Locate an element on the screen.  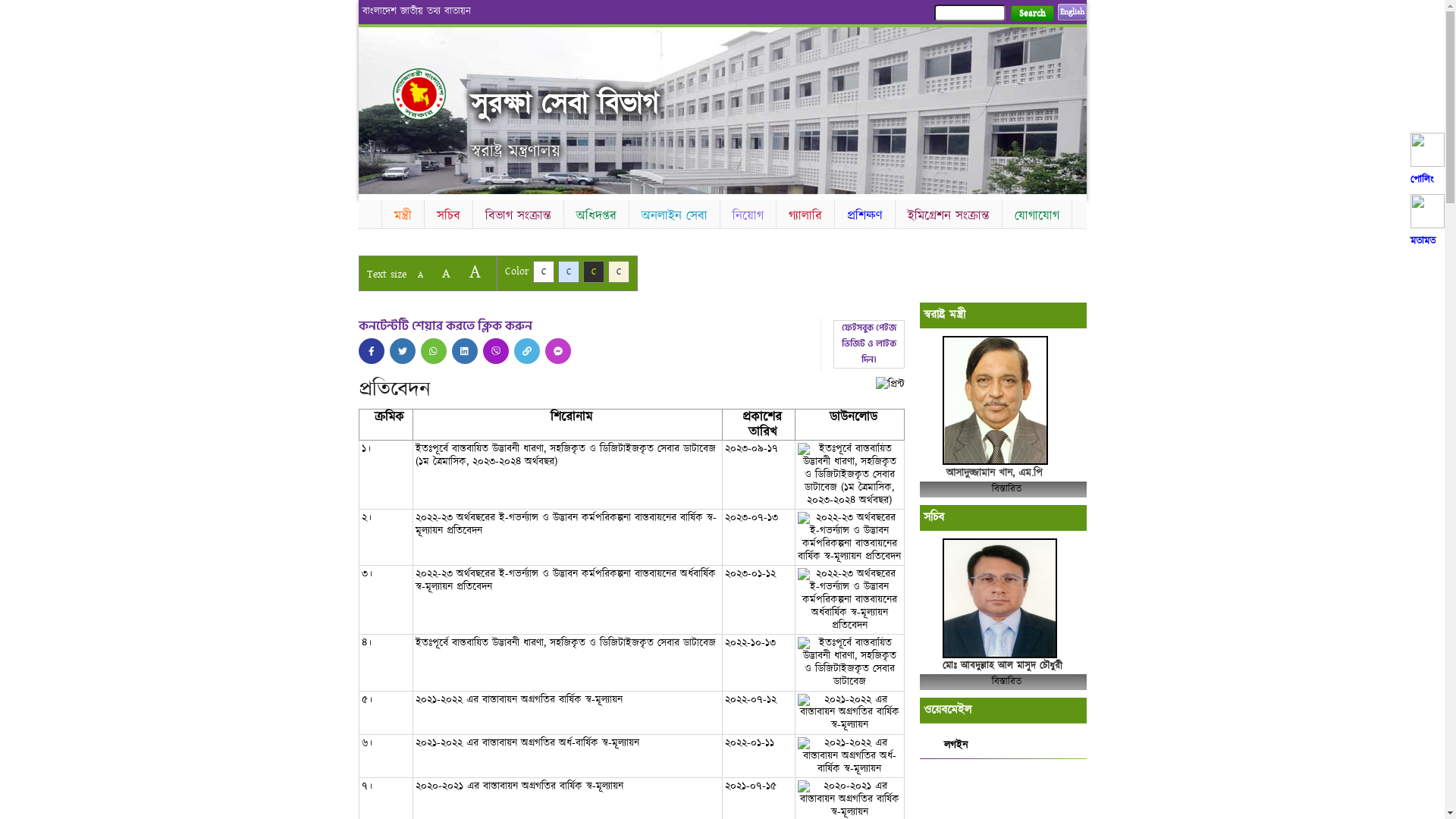
'A' is located at coordinates (419, 275).